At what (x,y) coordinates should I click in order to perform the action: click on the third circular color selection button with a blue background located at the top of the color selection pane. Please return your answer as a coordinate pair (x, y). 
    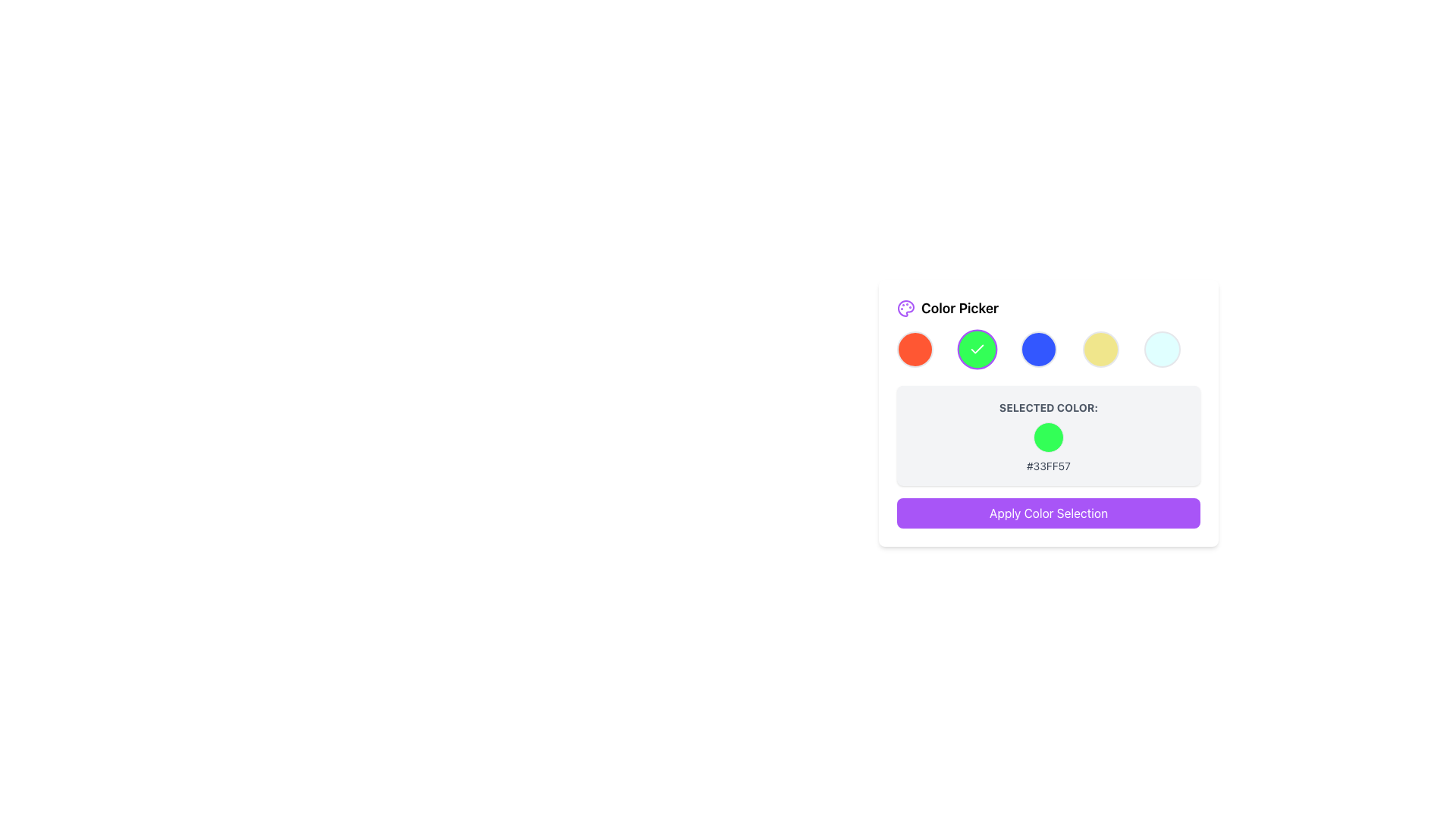
    Looking at the image, I should click on (1037, 350).